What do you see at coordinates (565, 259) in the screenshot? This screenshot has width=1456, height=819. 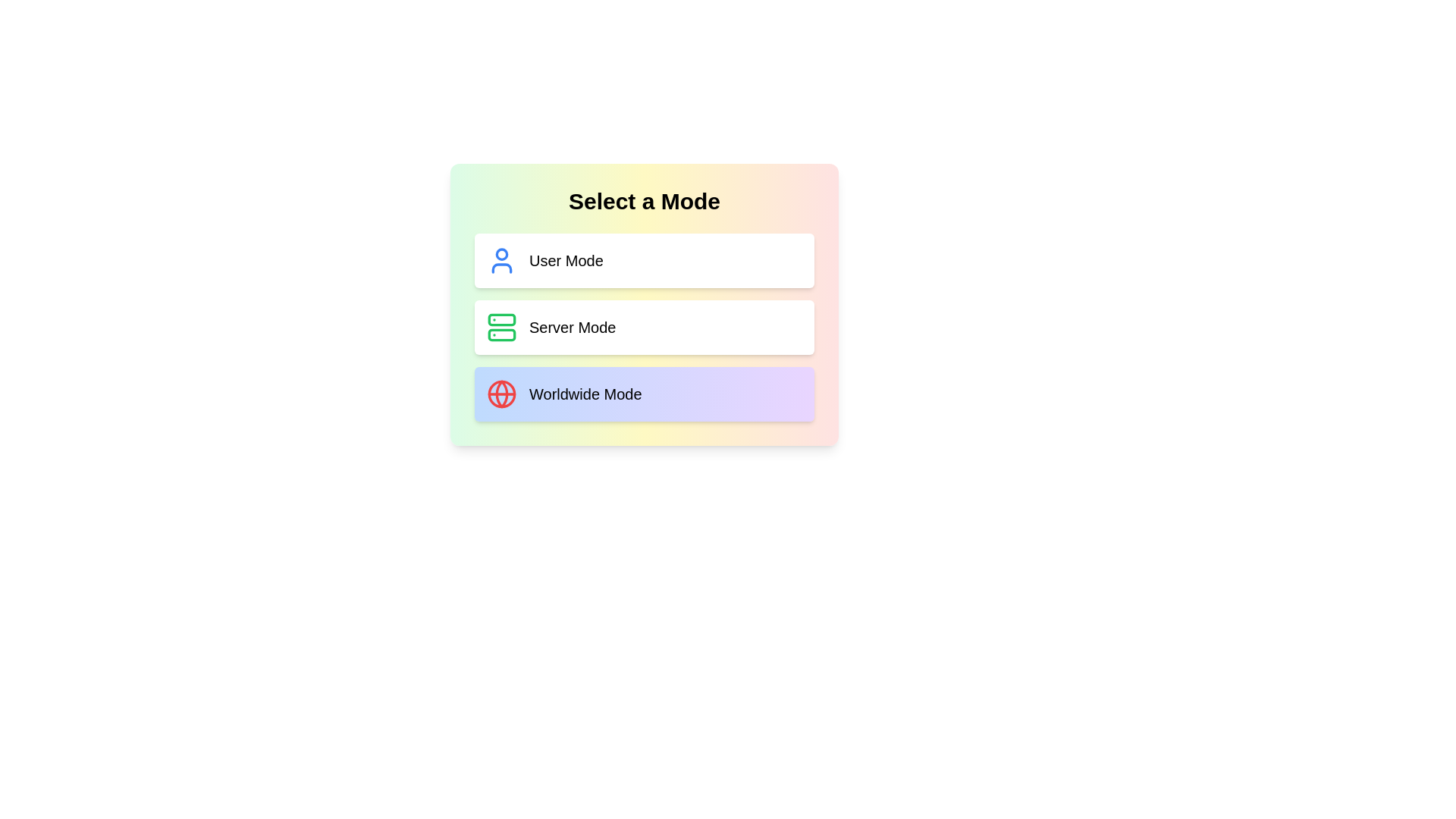 I see `'User Mode' label which is positioned in the first row of a vertically stacked list of options, located to the right of the user icon` at bounding box center [565, 259].